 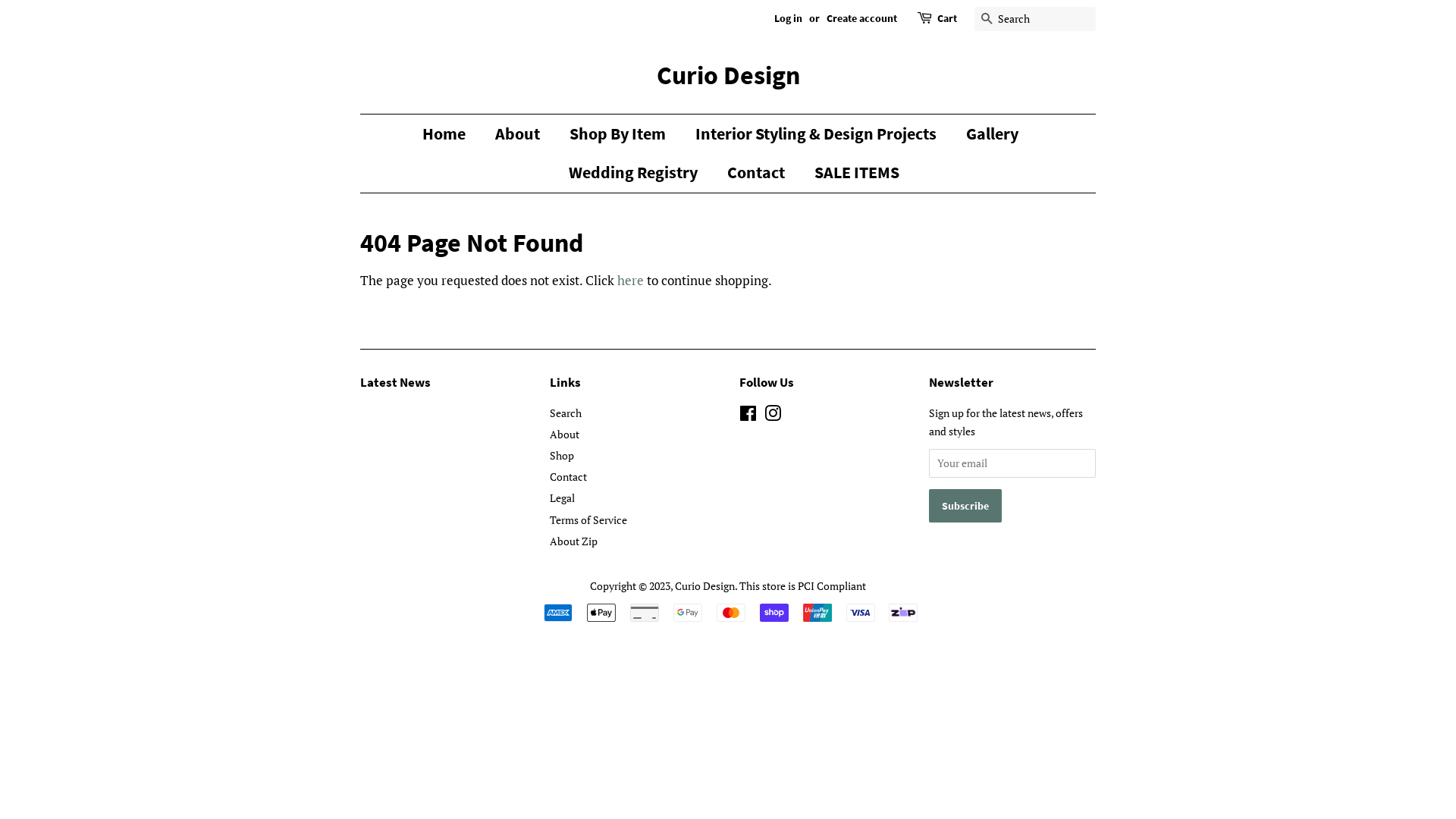 I want to click on 'About Zip', so click(x=573, y=540).